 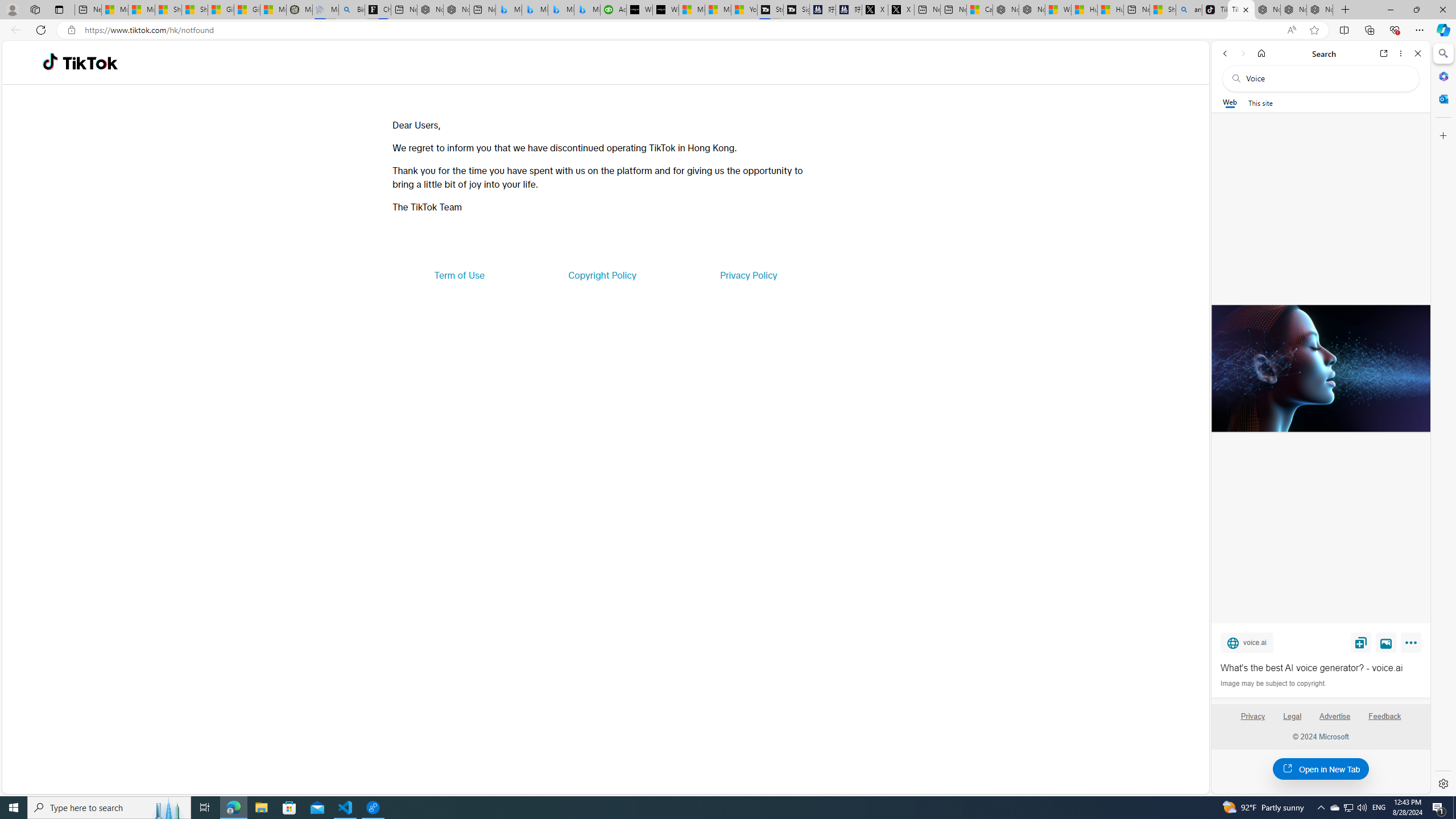 I want to click on 'Open link in new tab', so click(x=1384, y=53).